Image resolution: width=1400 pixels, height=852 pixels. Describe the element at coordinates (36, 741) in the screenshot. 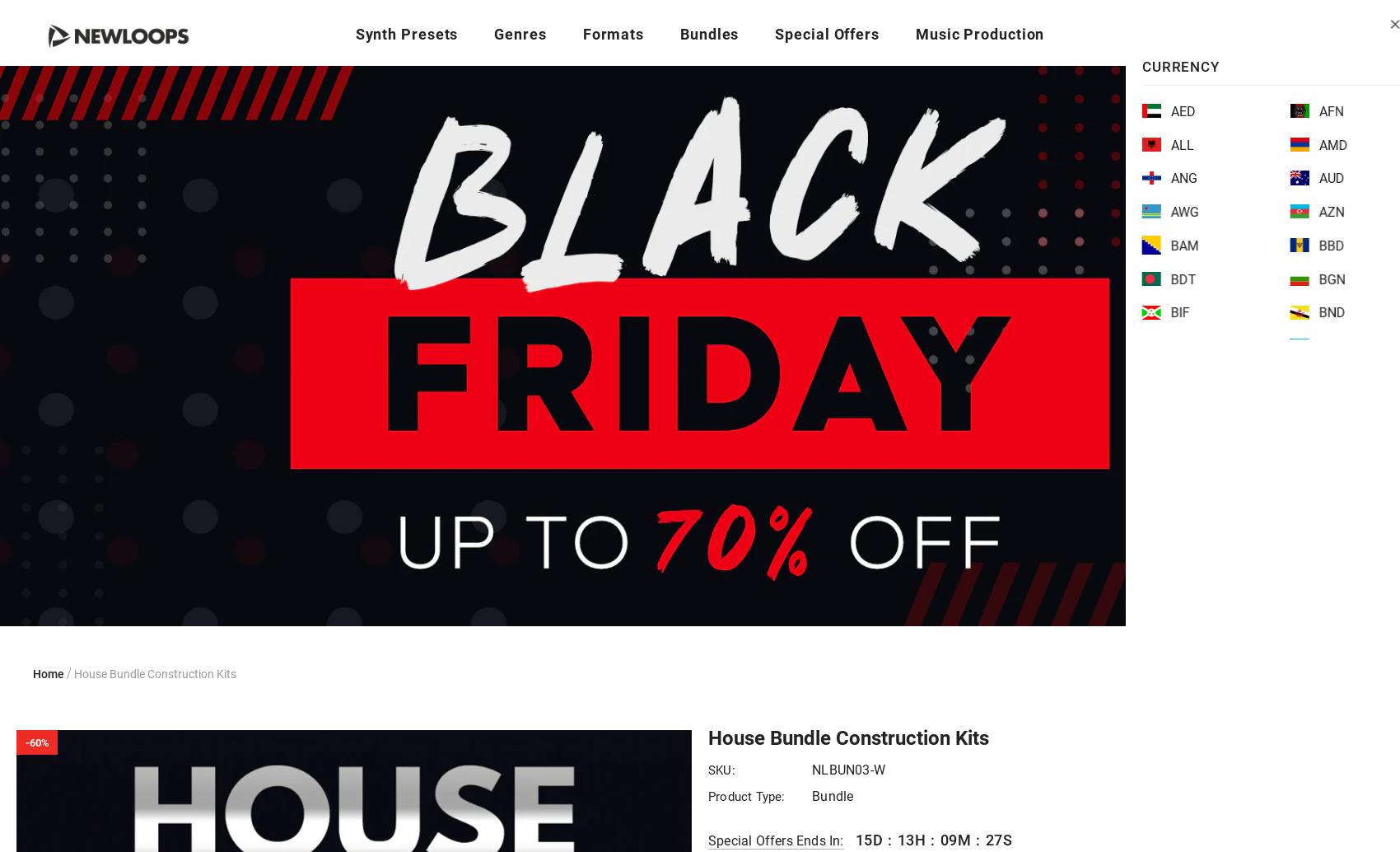

I see `'-60%'` at that location.